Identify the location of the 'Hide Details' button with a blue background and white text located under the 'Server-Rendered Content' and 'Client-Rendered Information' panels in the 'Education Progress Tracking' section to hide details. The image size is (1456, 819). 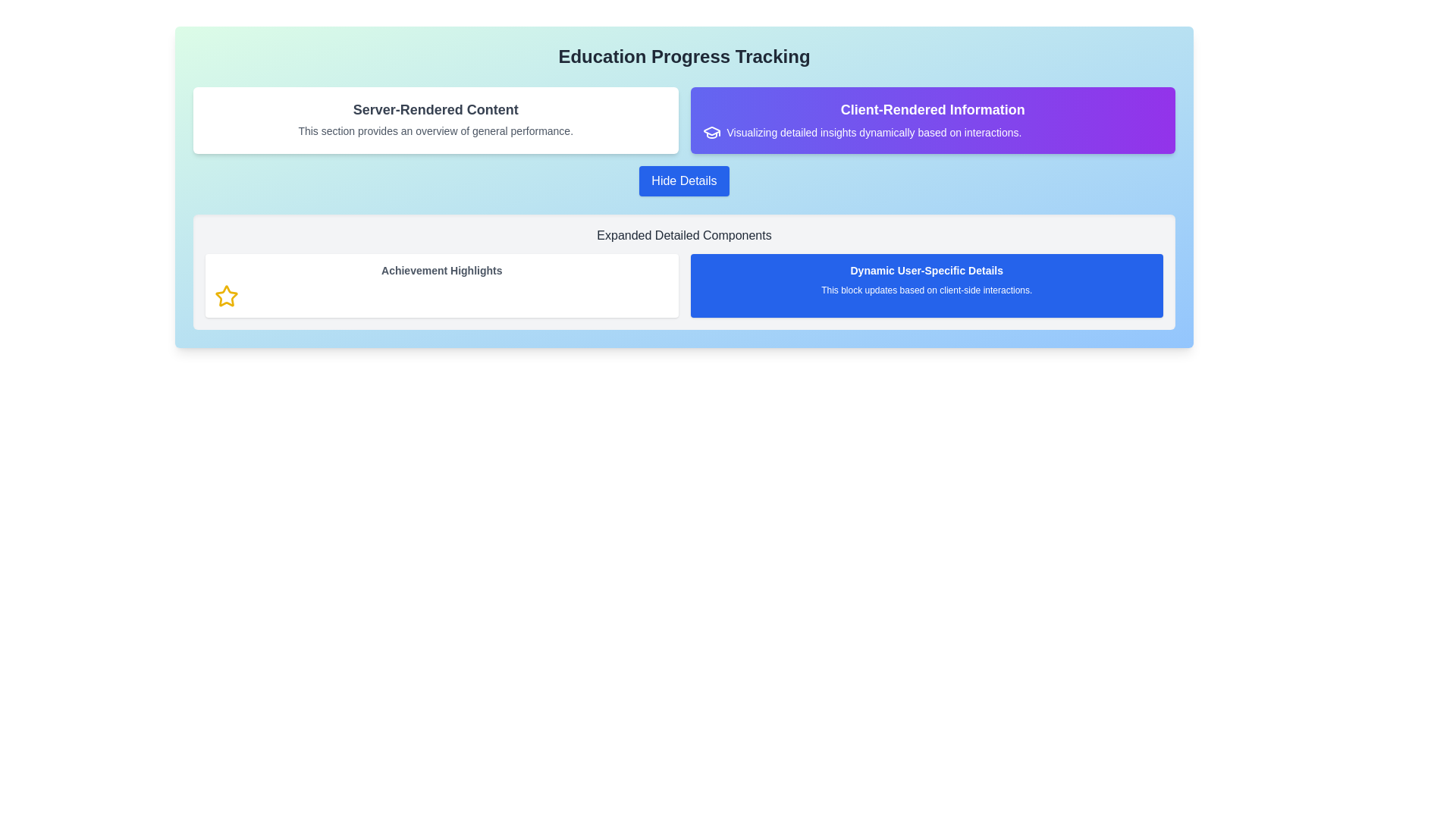
(683, 180).